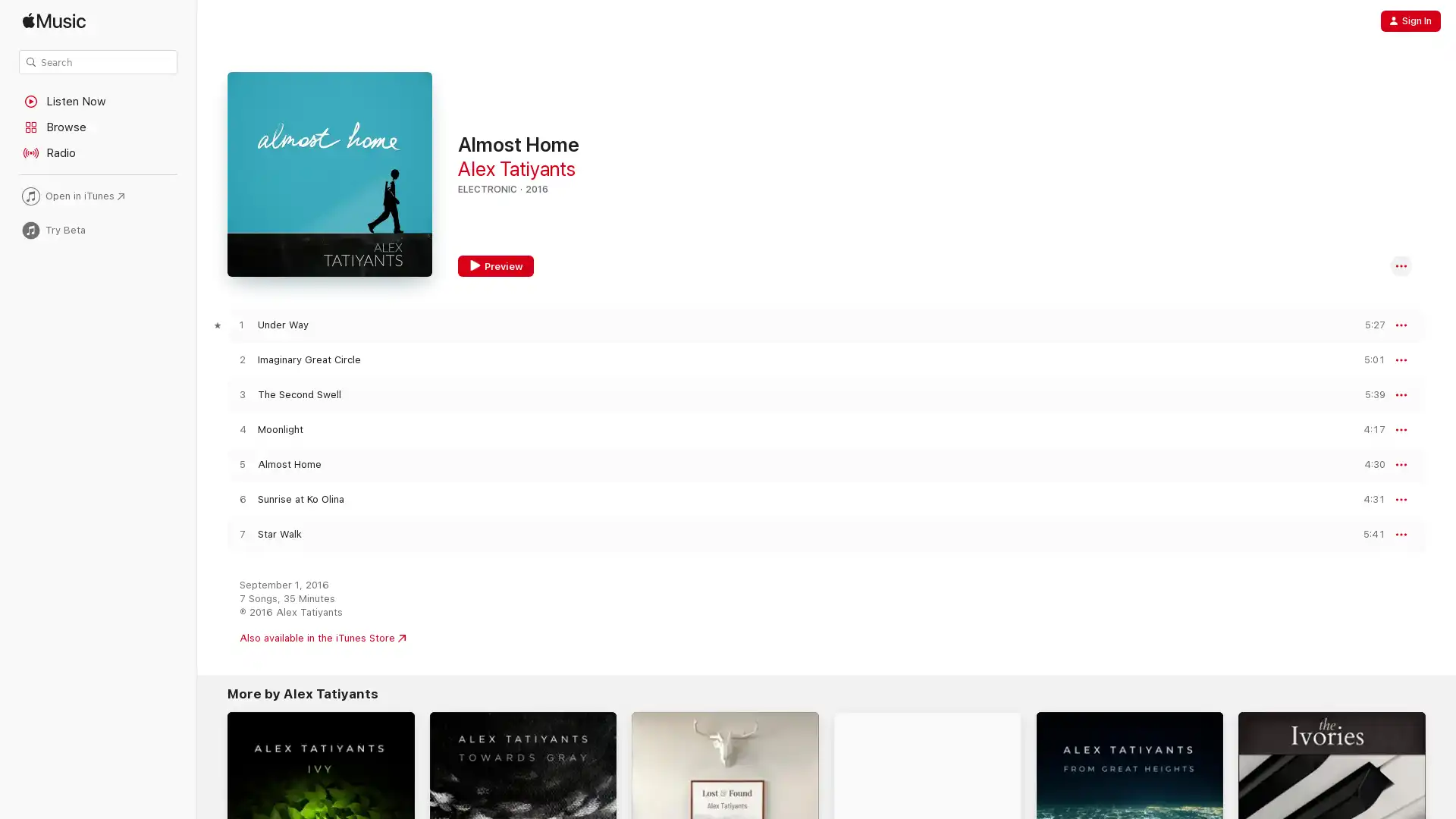 The width and height of the screenshot is (1456, 819). What do you see at coordinates (1368, 394) in the screenshot?
I see `Preview` at bounding box center [1368, 394].